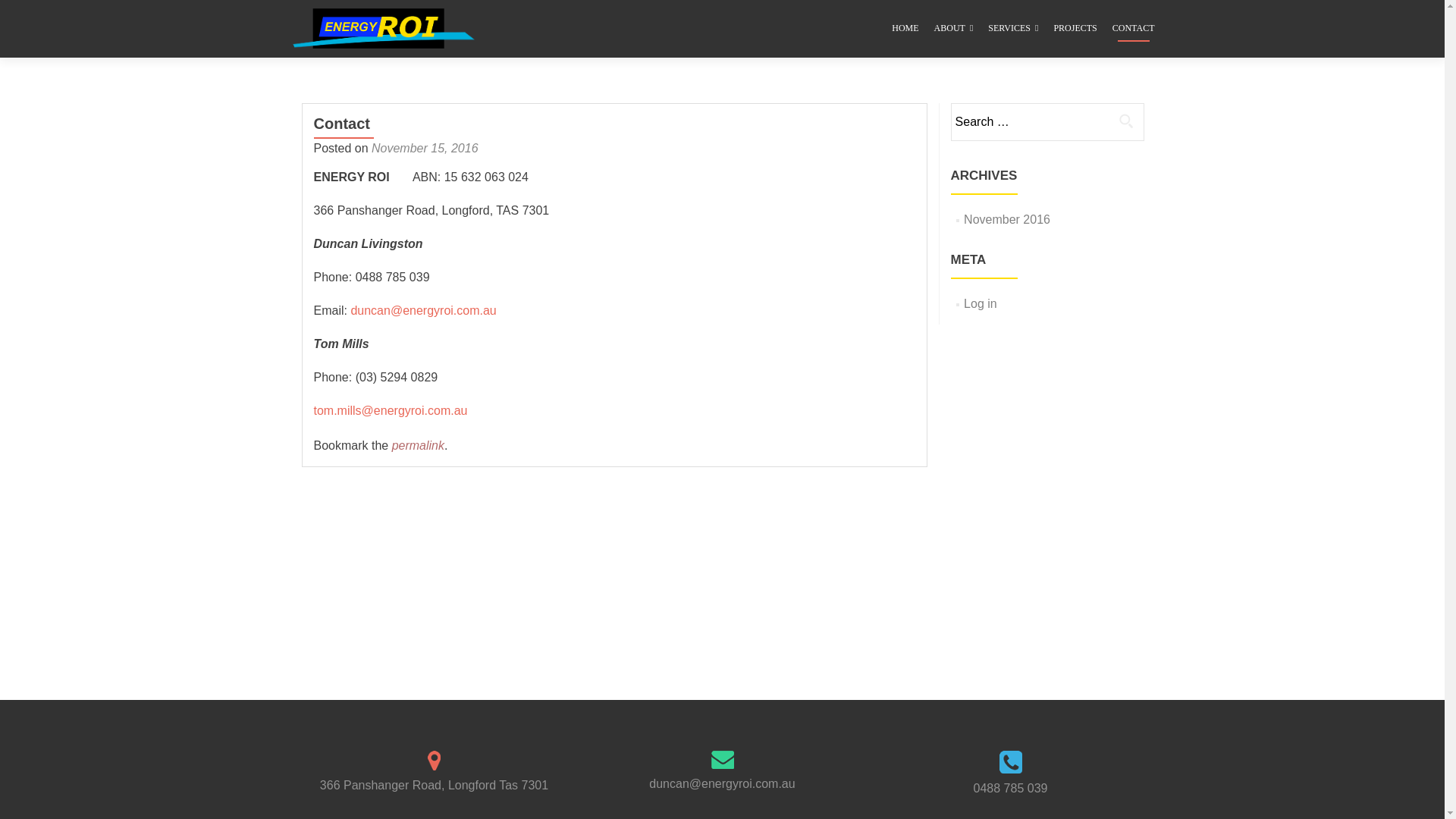 The height and width of the screenshot is (819, 1456). Describe the element at coordinates (1012, 28) in the screenshot. I see `'SERVICES'` at that location.